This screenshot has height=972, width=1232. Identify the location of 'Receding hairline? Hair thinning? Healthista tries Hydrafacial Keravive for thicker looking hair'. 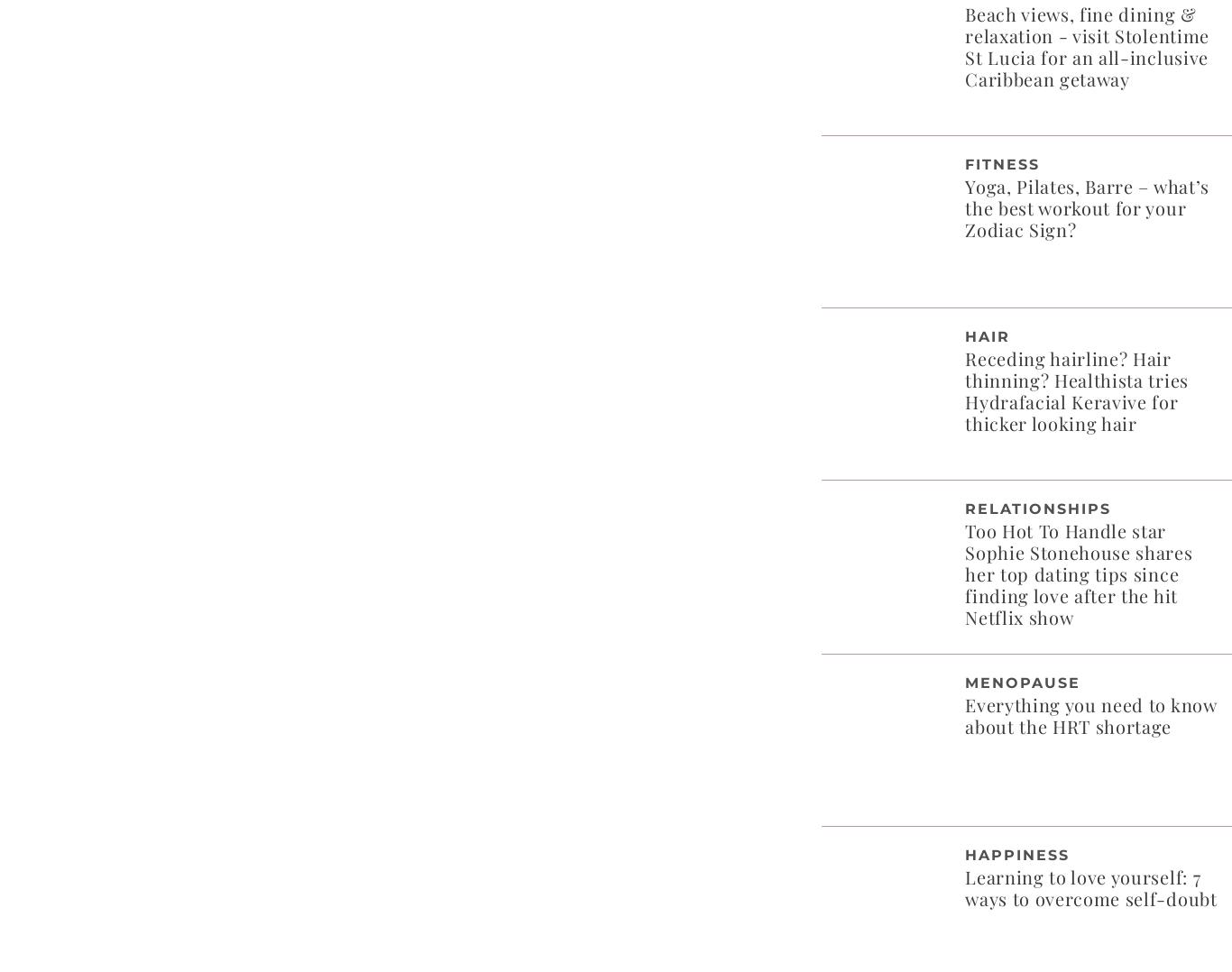
(1076, 390).